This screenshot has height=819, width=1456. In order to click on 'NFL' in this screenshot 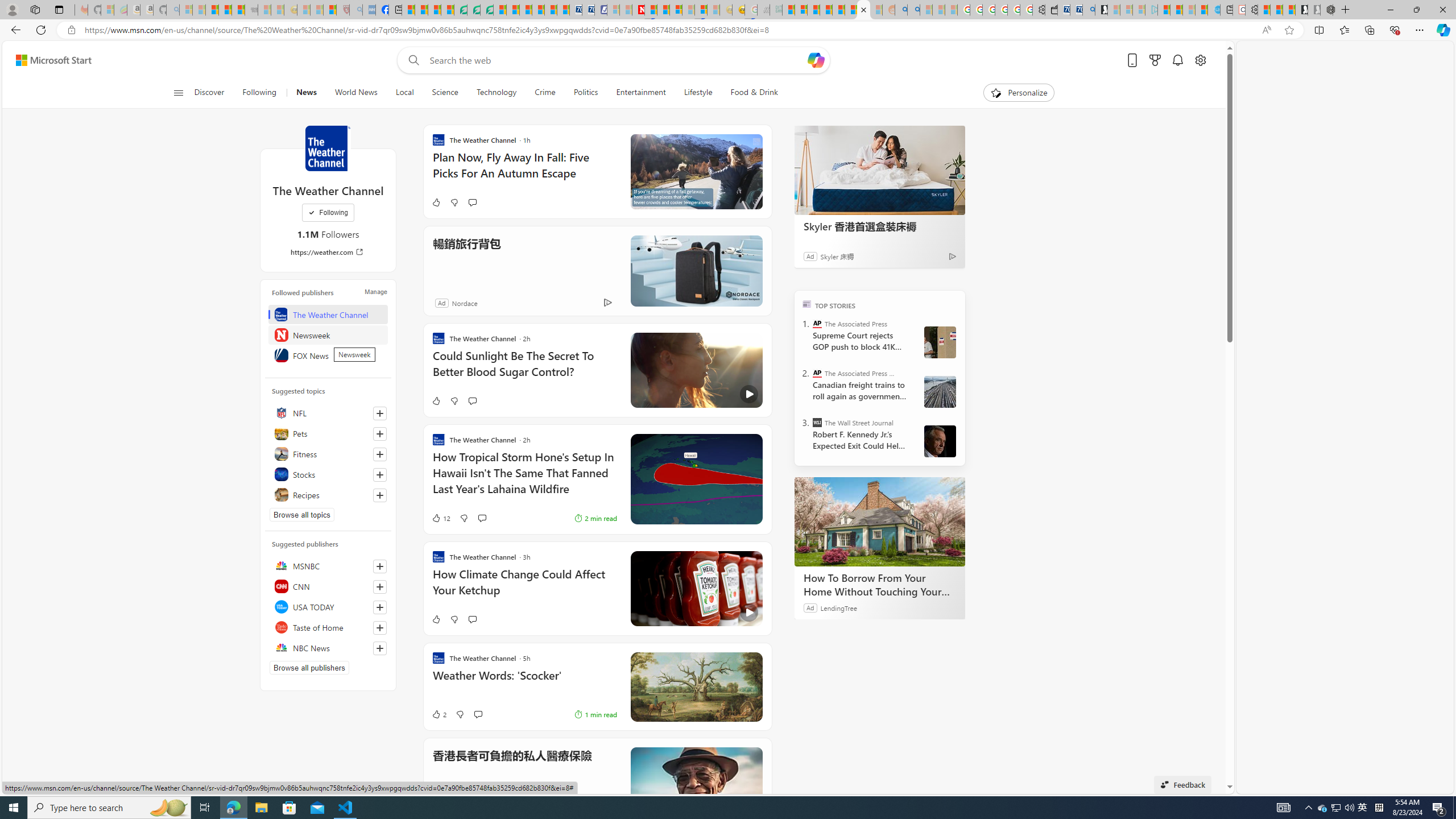, I will do `click(327, 412)`.